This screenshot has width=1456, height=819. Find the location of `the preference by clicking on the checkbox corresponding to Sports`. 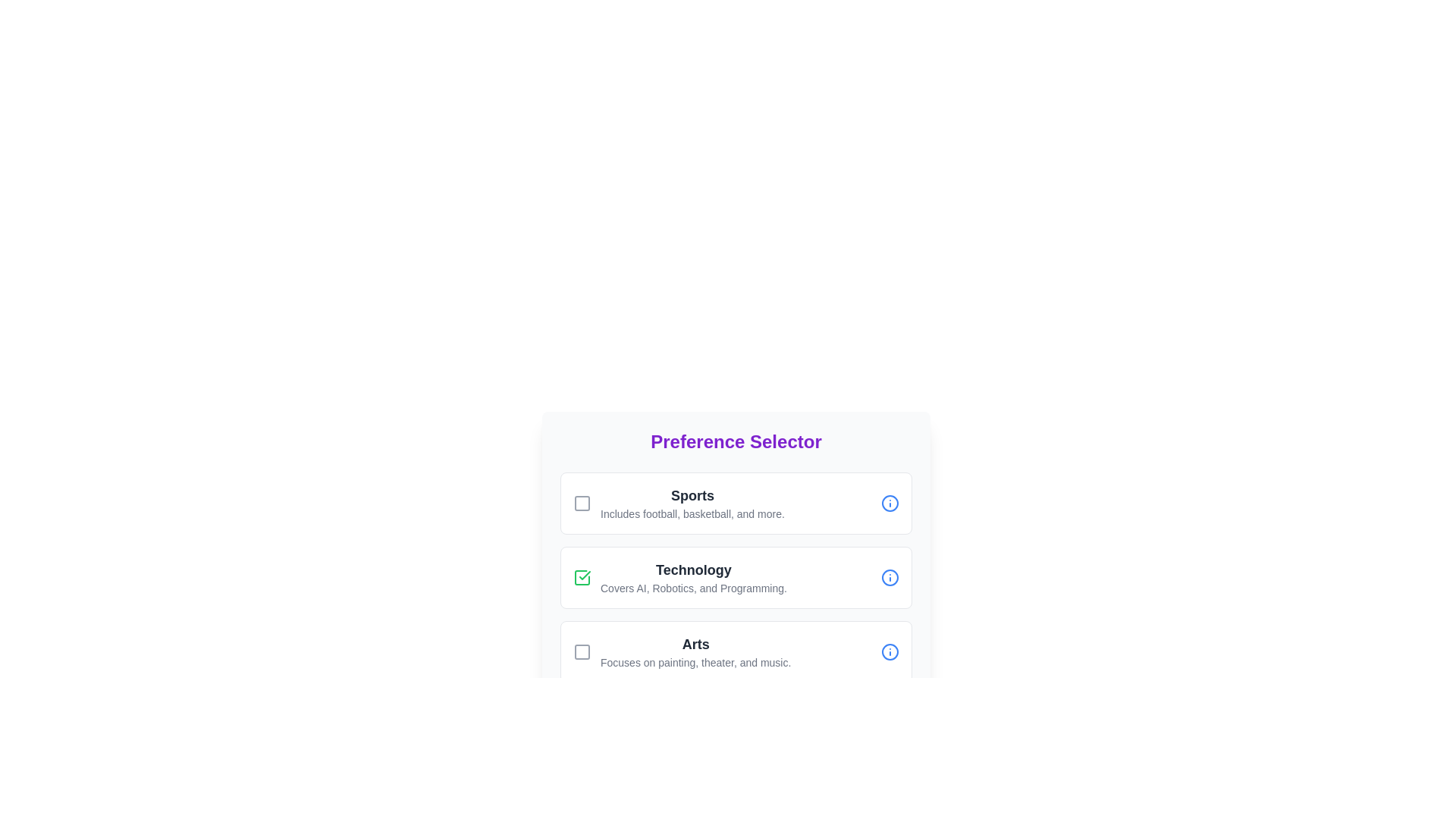

the preference by clicking on the checkbox corresponding to Sports is located at coordinates (582, 503).